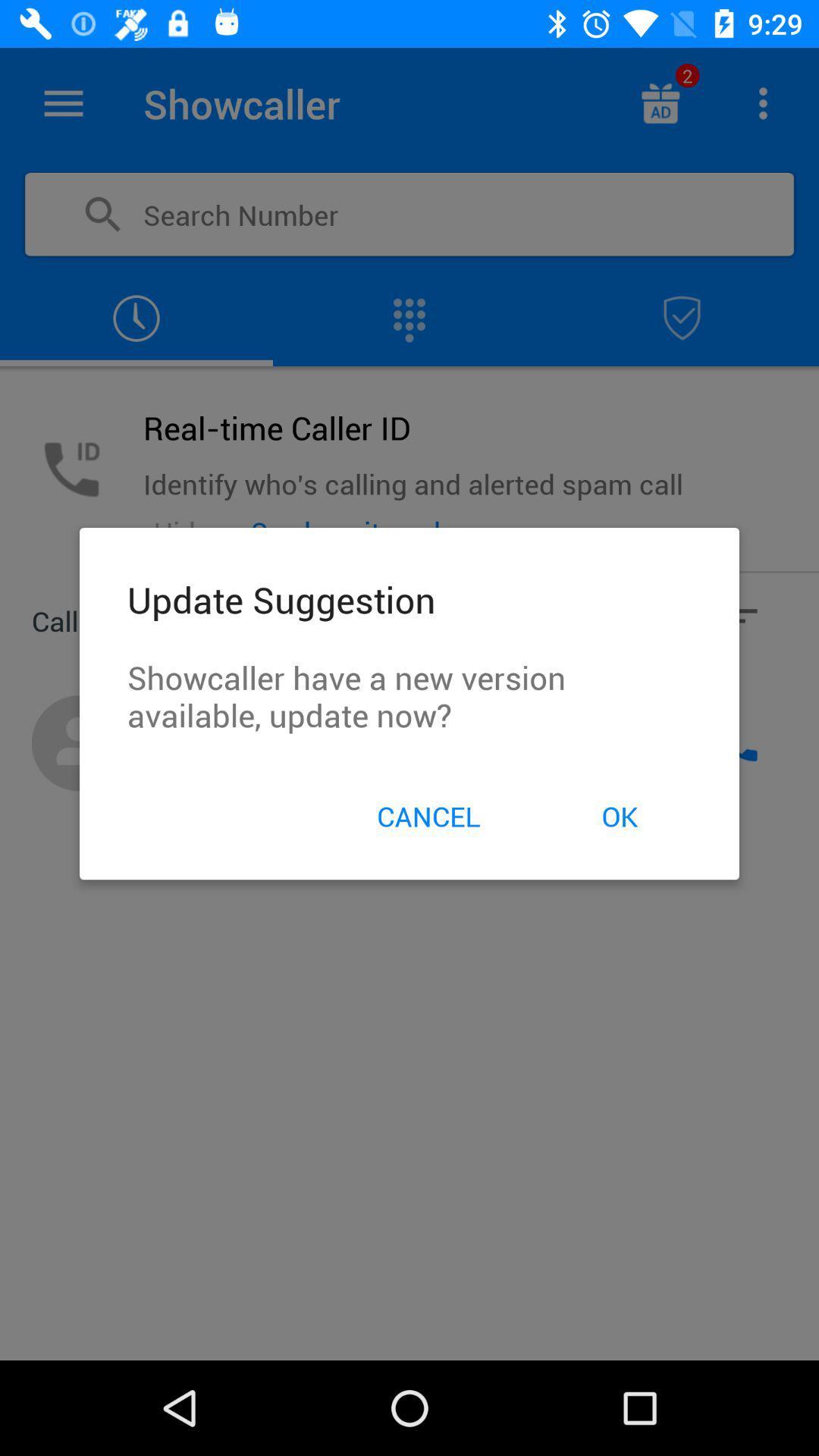  What do you see at coordinates (620, 815) in the screenshot?
I see `item on the right` at bounding box center [620, 815].